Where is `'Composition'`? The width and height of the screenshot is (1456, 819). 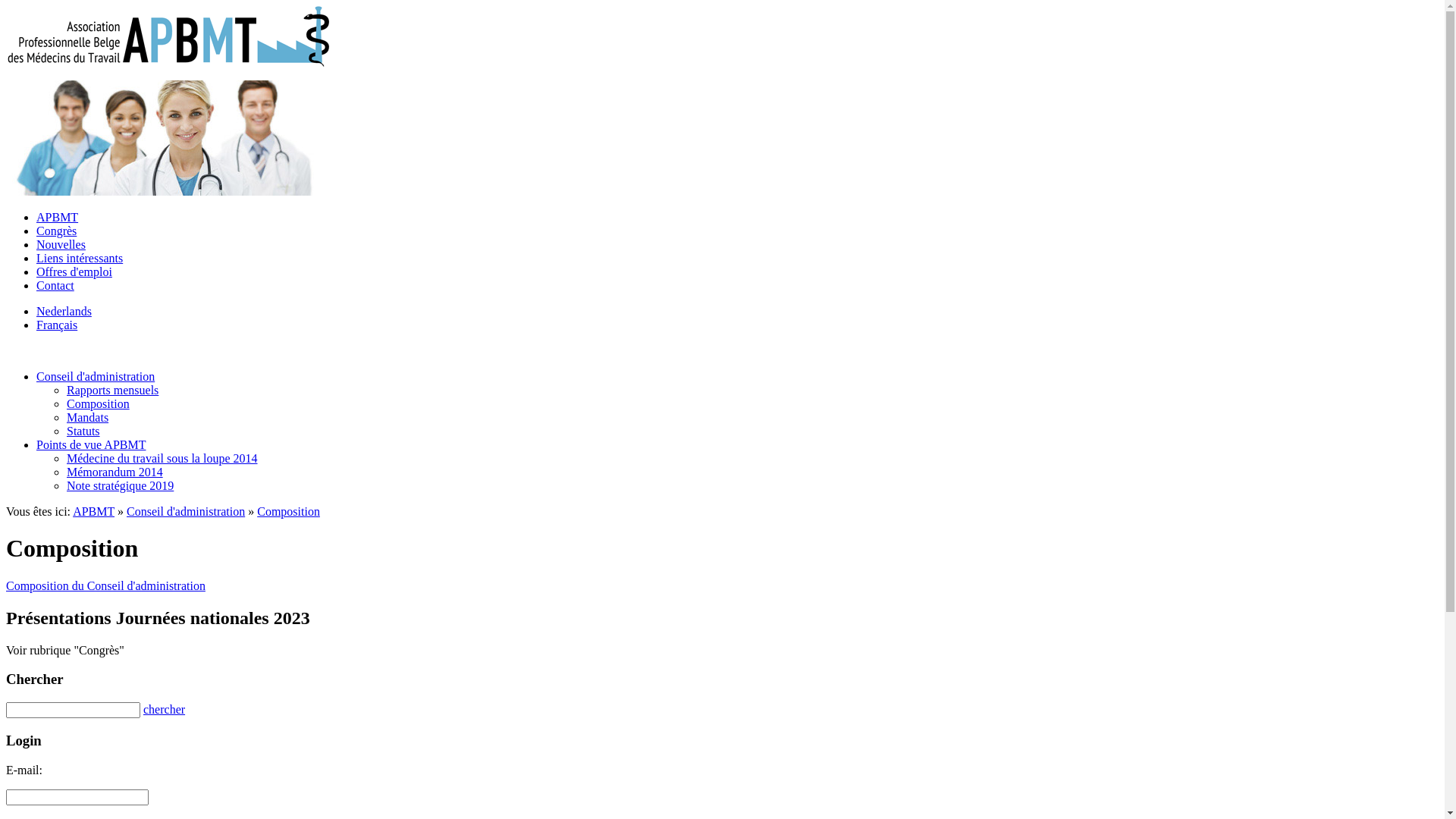
'Composition' is located at coordinates (97, 403).